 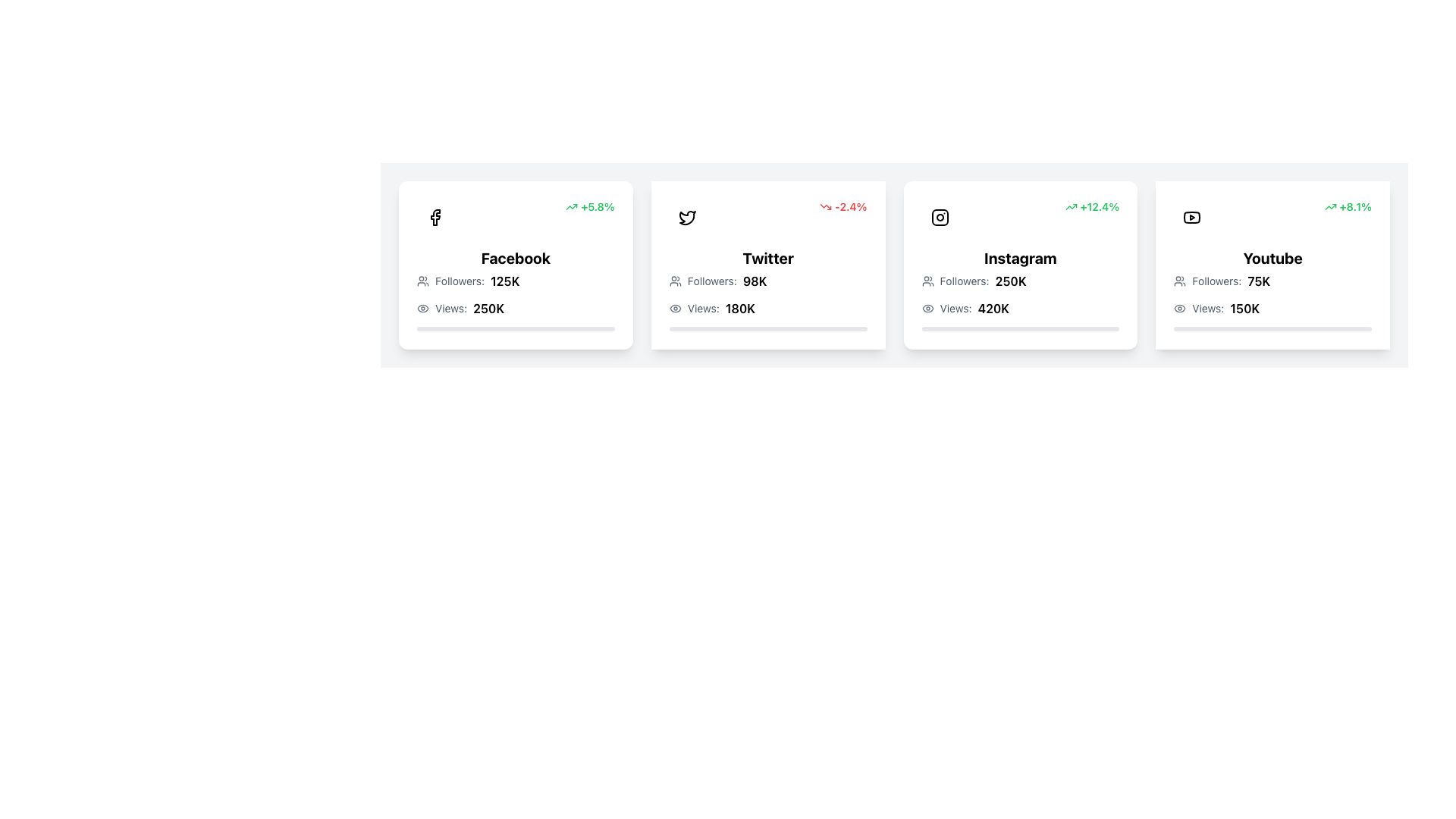 I want to click on the progress bar located at the bottom of the 'Facebook' statistics card, which visually represents the percentage of views, so click(x=516, y=328).